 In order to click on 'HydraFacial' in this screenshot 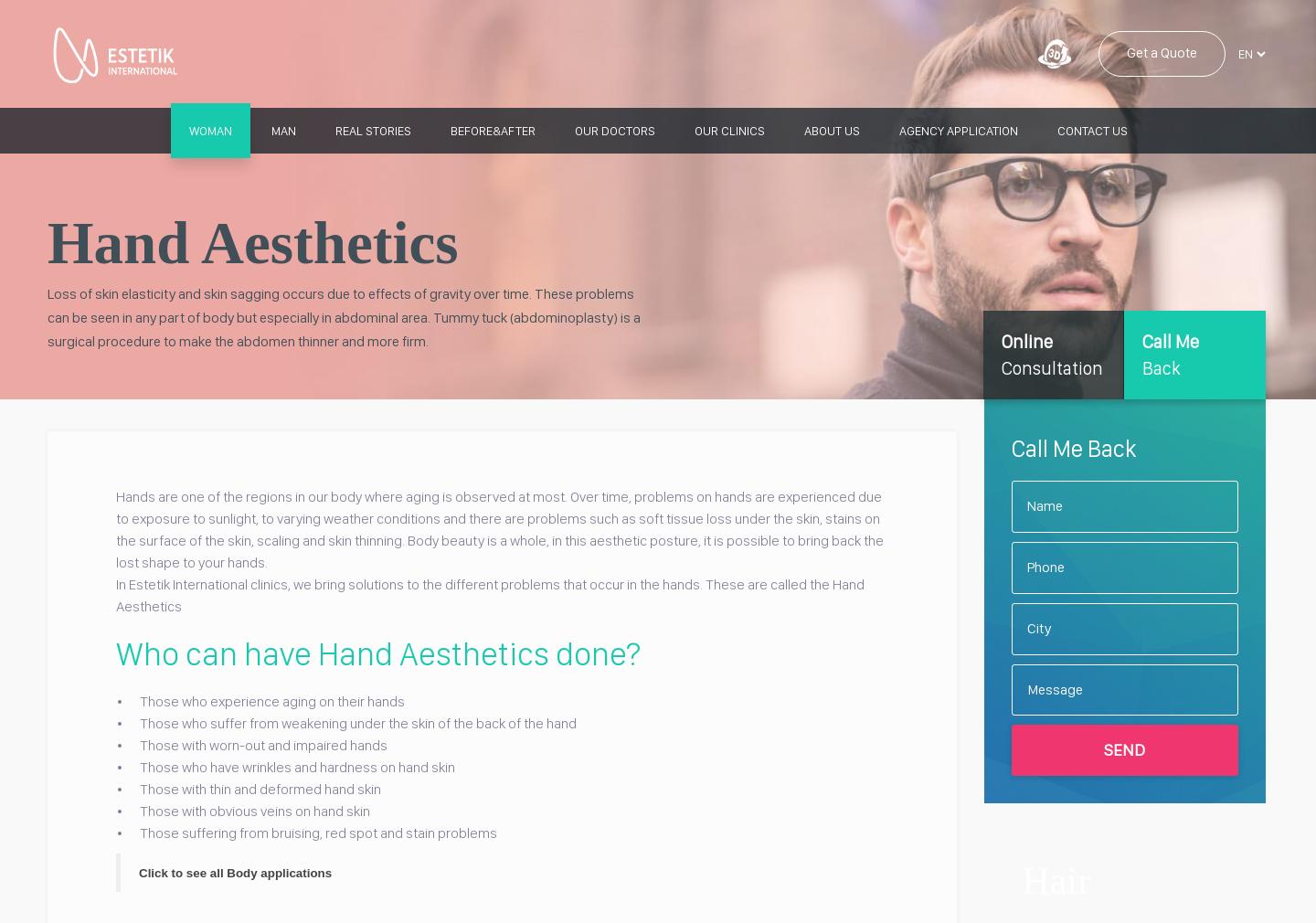, I will do `click(900, 373)`.